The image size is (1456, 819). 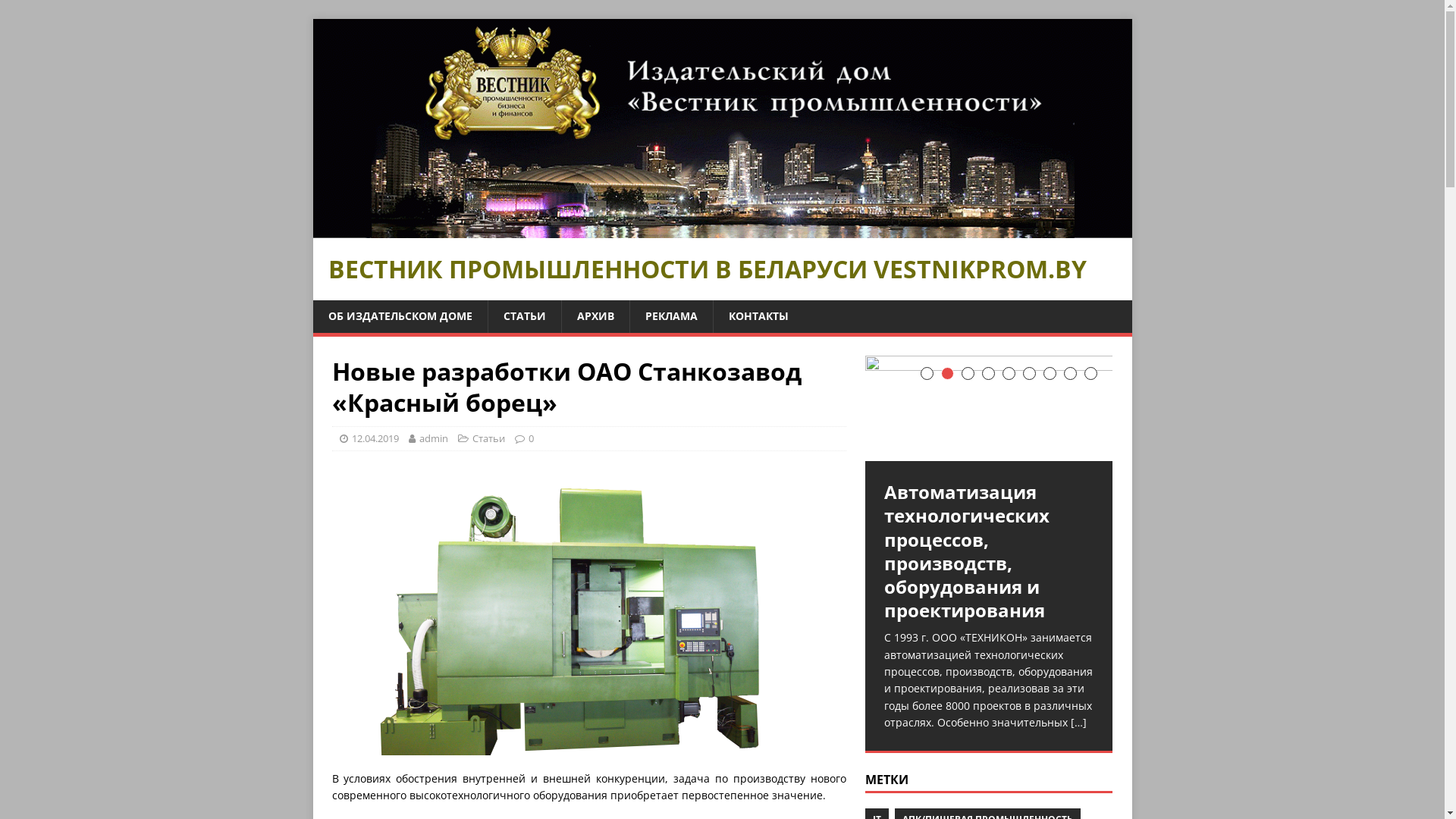 What do you see at coordinates (926, 373) in the screenshot?
I see `'1'` at bounding box center [926, 373].